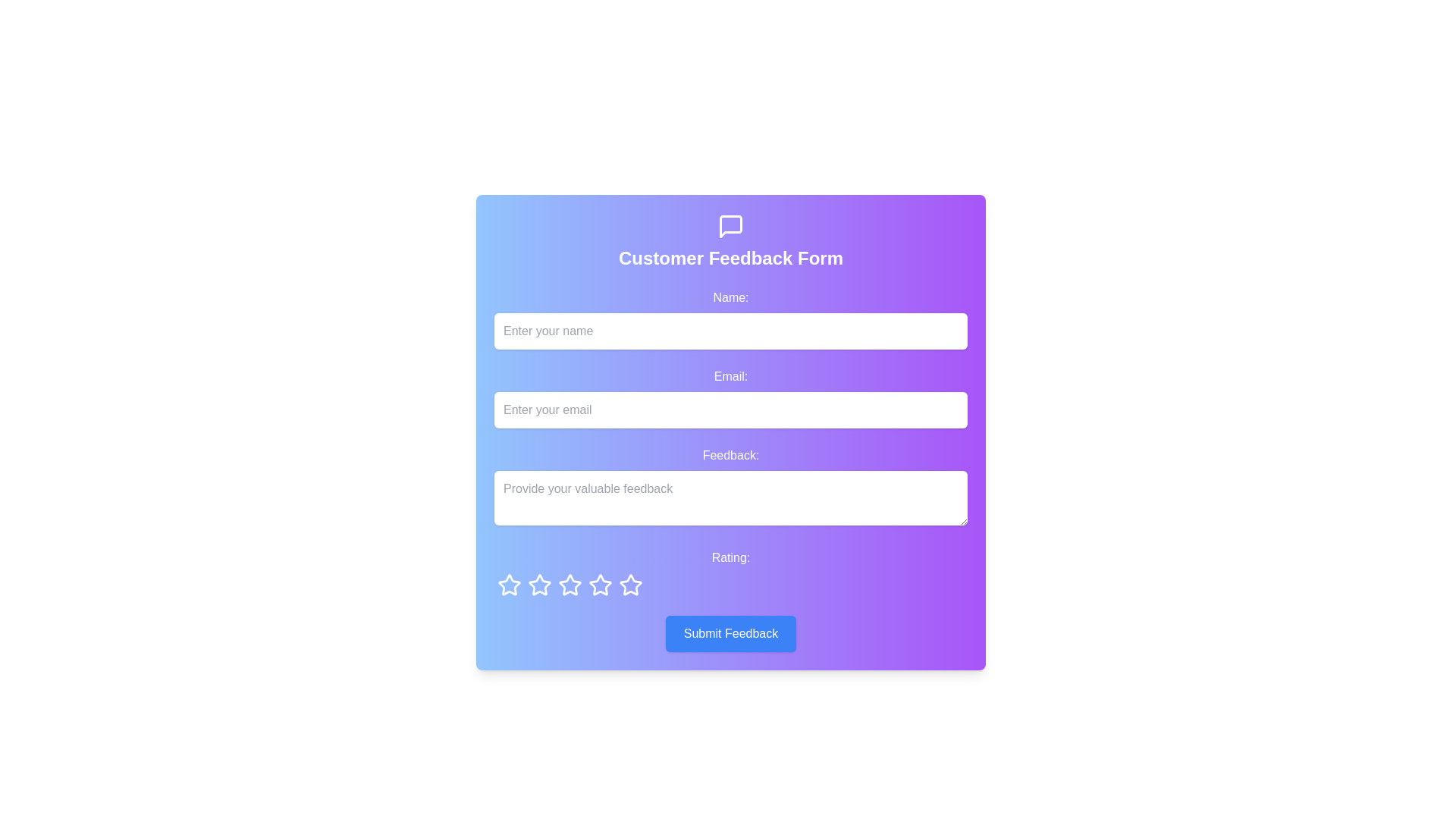  I want to click on the 'Submit Feedback' button, which is a rectangular button with a blue gradient background and white bold text, located at the bottom of the form layout, so click(731, 634).